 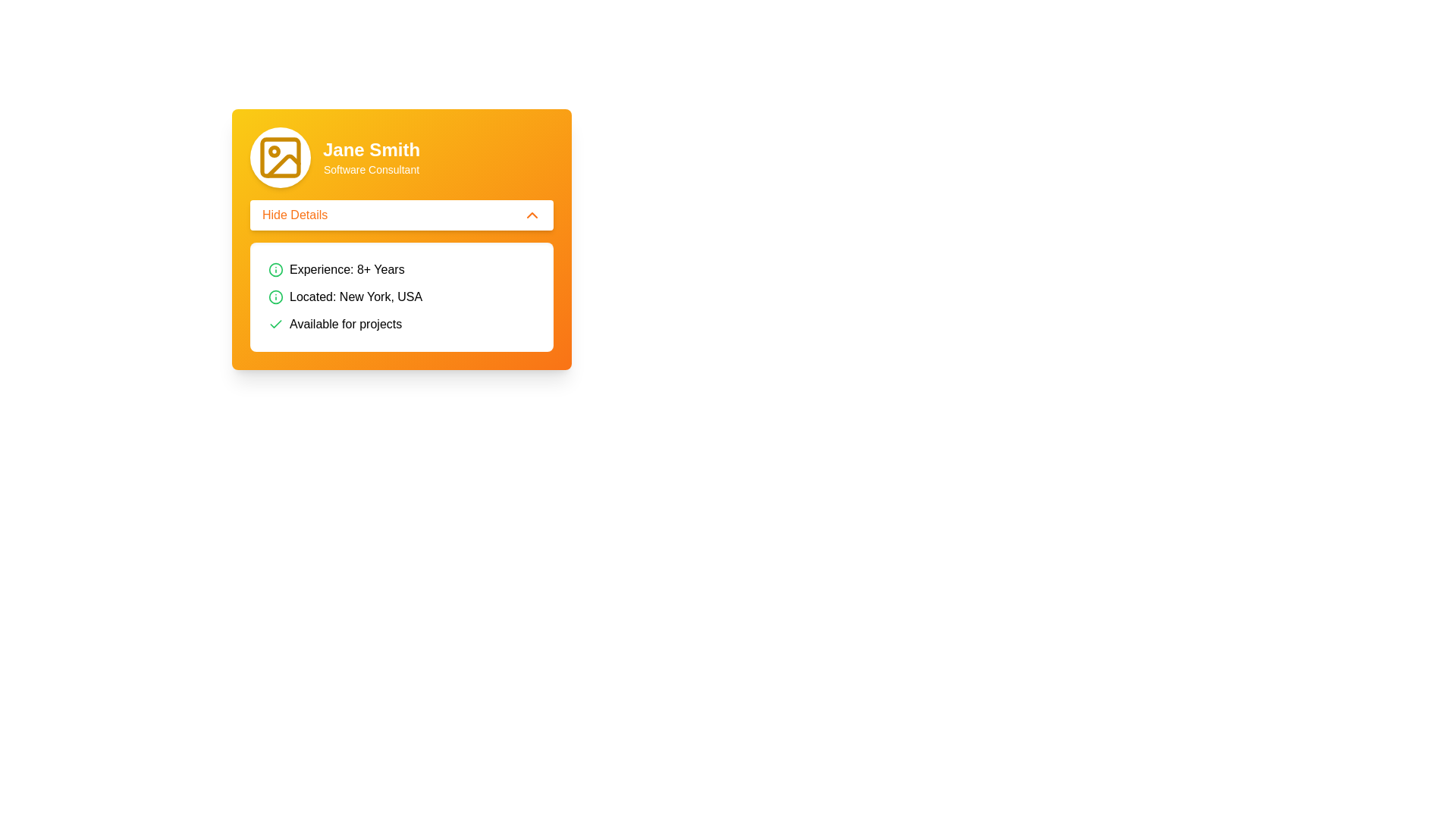 What do you see at coordinates (401, 268) in the screenshot?
I see `the static informational text element that conveys the user's experience level in years, located in the top part of the user details section` at bounding box center [401, 268].